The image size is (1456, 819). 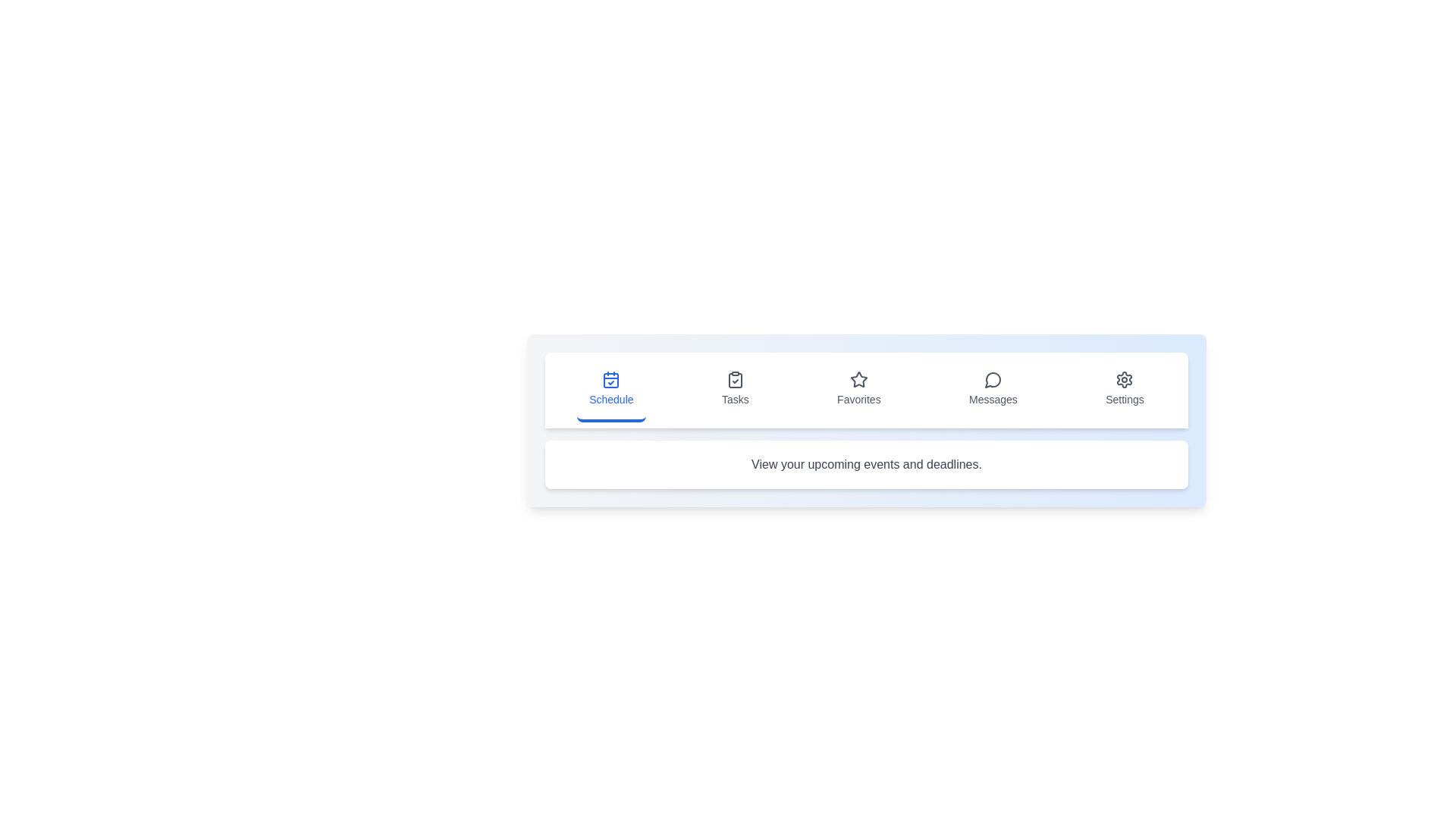 What do you see at coordinates (611, 390) in the screenshot?
I see `the icon corresponding to Schedule` at bounding box center [611, 390].